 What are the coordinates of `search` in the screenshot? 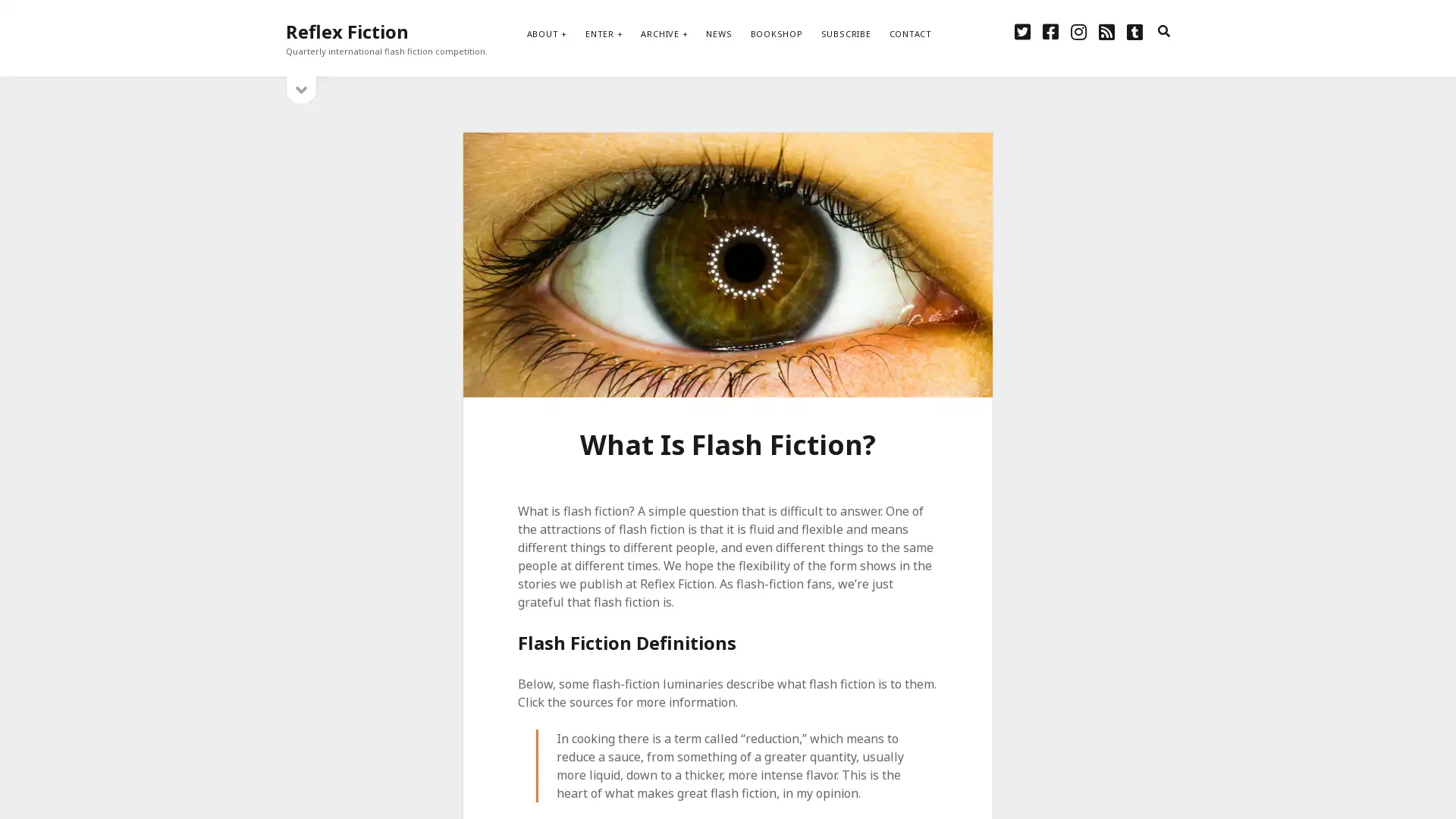 It's located at (1163, 32).